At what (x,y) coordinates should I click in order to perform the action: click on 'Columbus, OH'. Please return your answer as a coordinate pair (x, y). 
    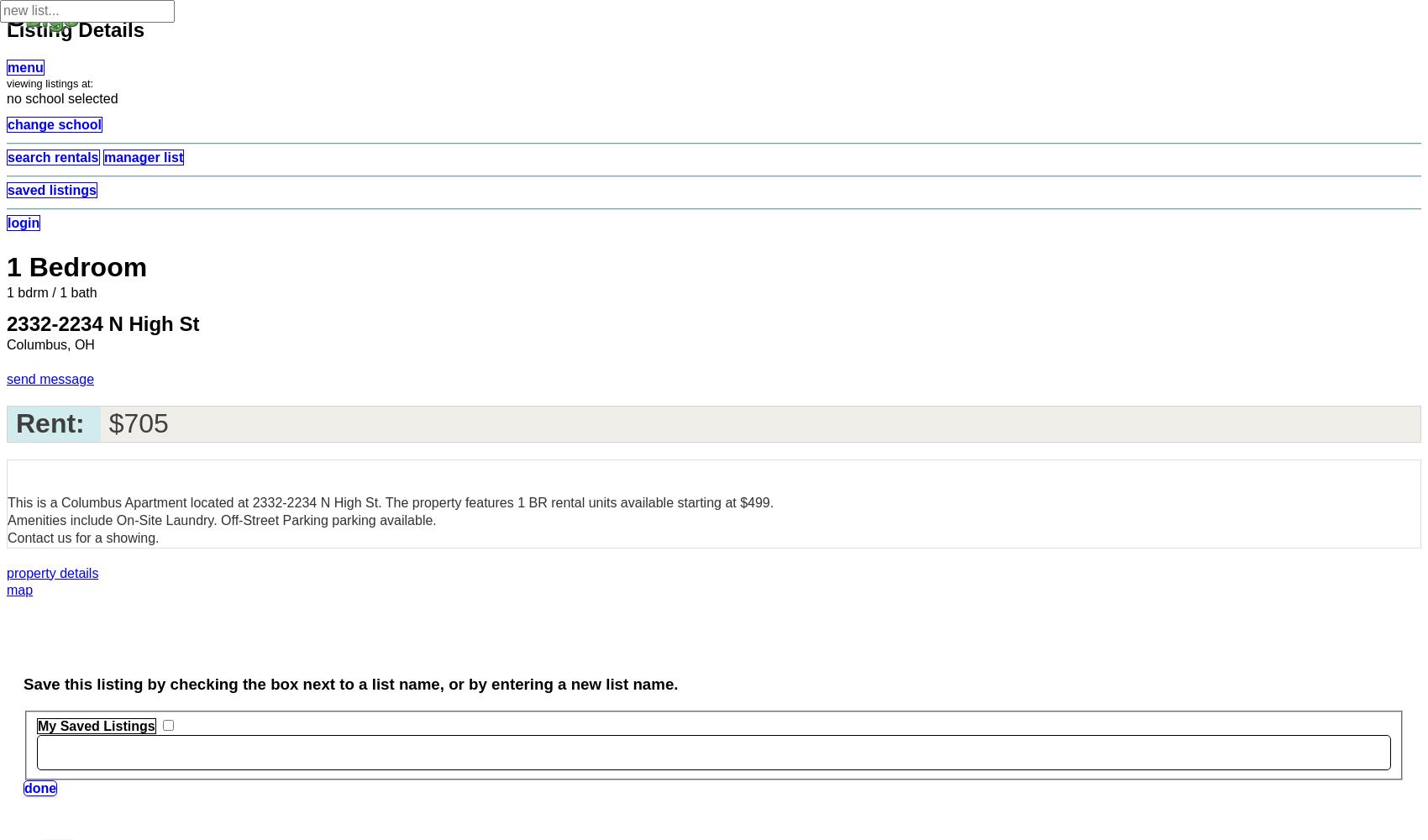
    Looking at the image, I should click on (50, 344).